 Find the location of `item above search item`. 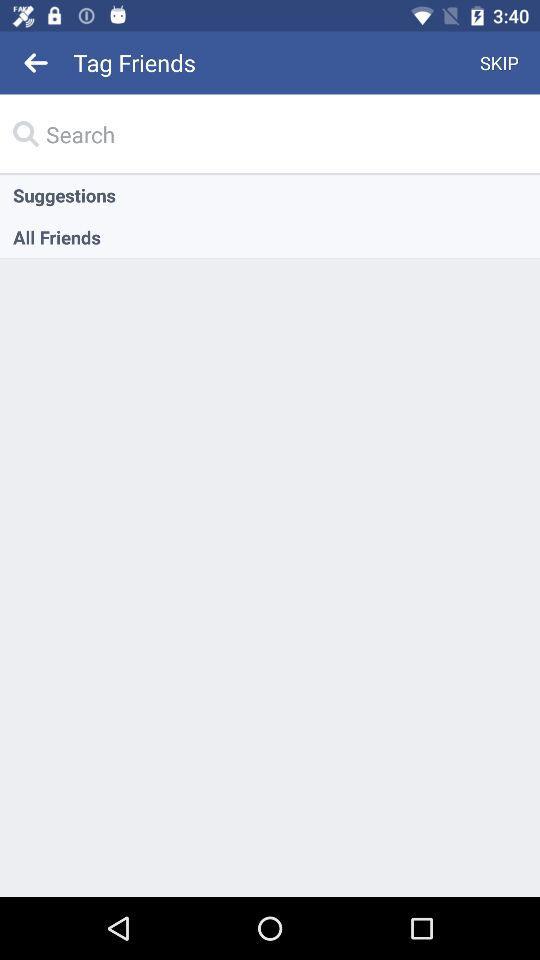

item above search item is located at coordinates (498, 62).